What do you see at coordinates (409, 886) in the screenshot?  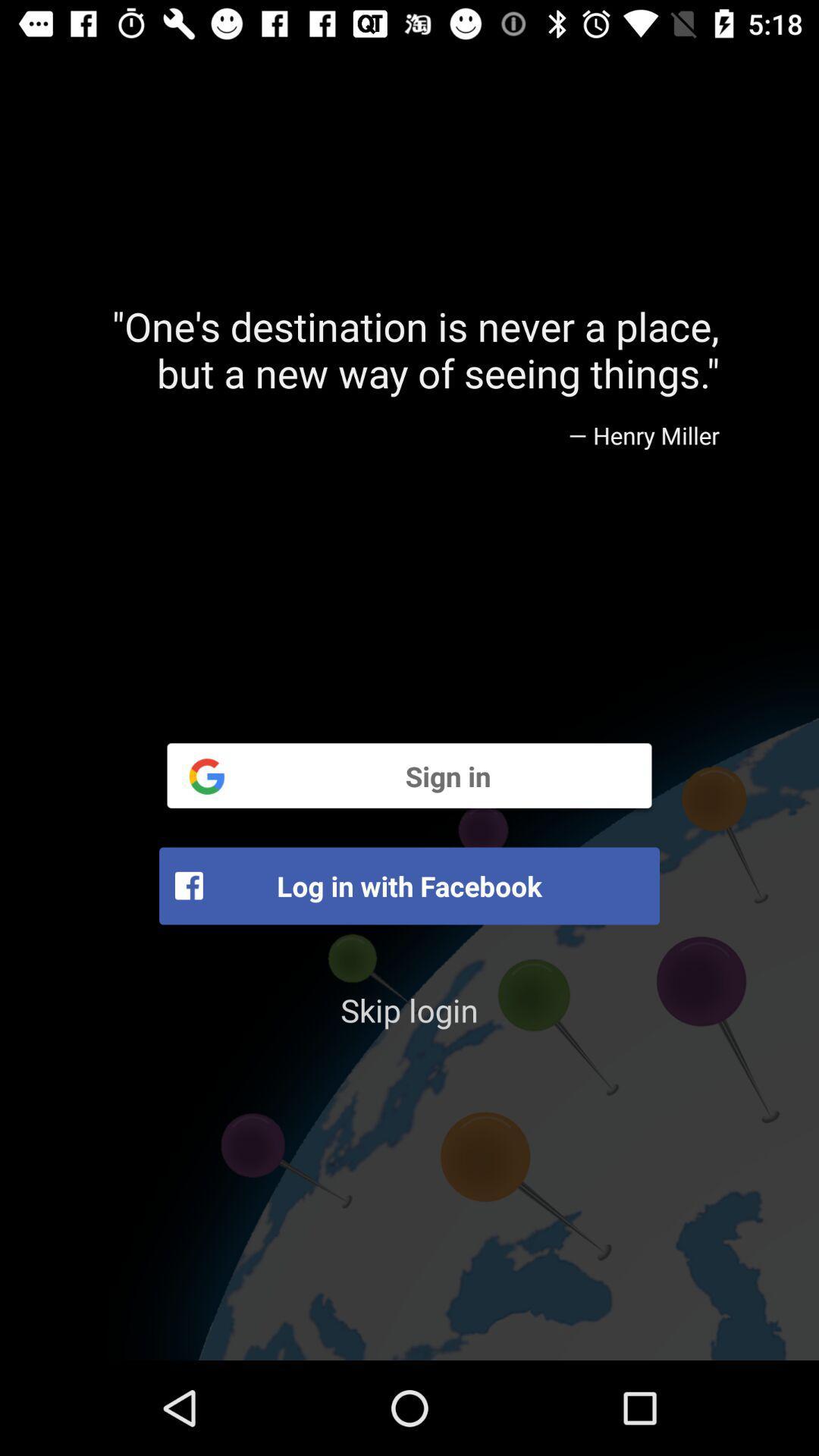 I see `icon above skip login item` at bounding box center [409, 886].